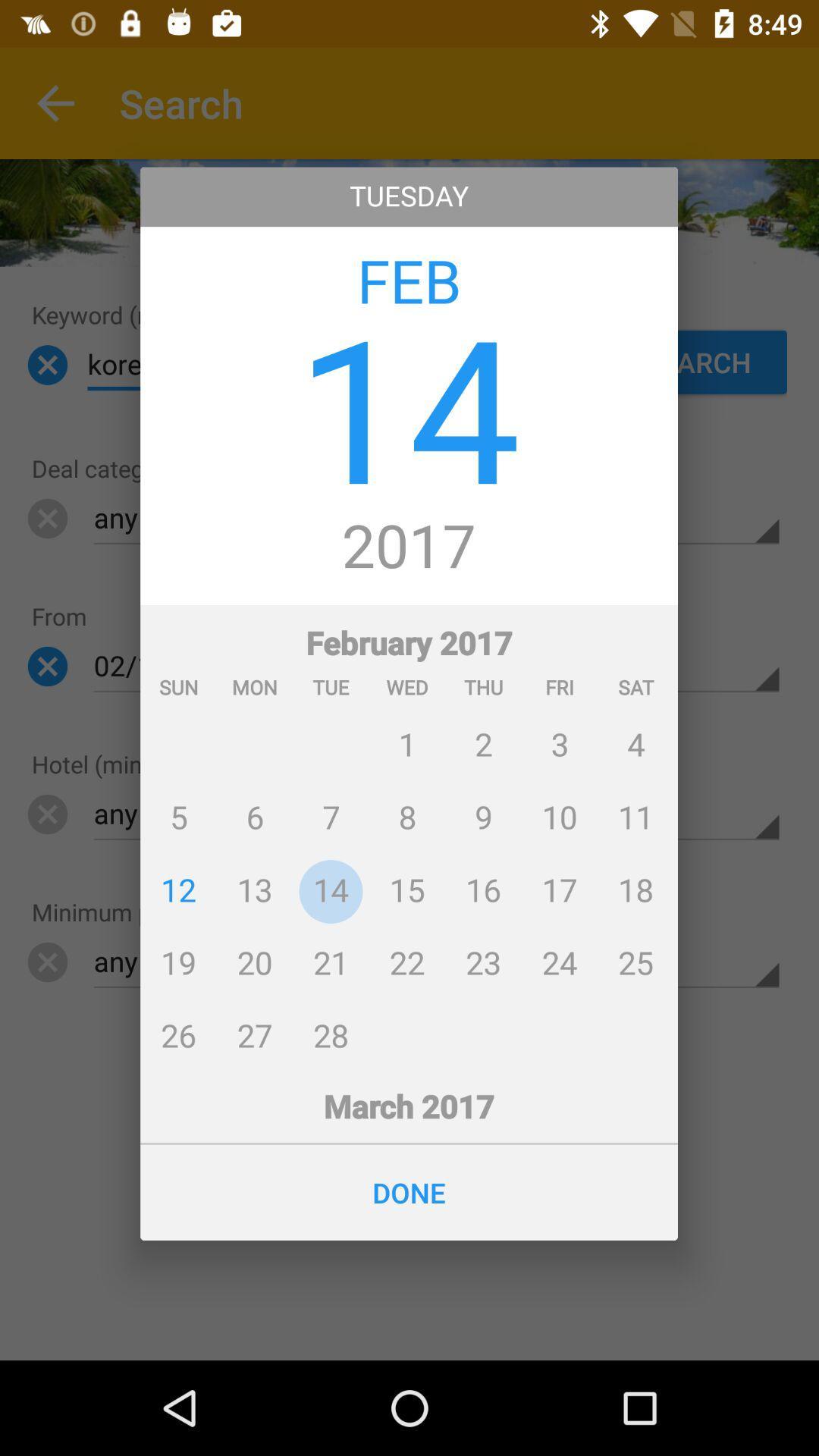 Image resolution: width=819 pixels, height=1456 pixels. What do you see at coordinates (408, 547) in the screenshot?
I see `the 2017` at bounding box center [408, 547].